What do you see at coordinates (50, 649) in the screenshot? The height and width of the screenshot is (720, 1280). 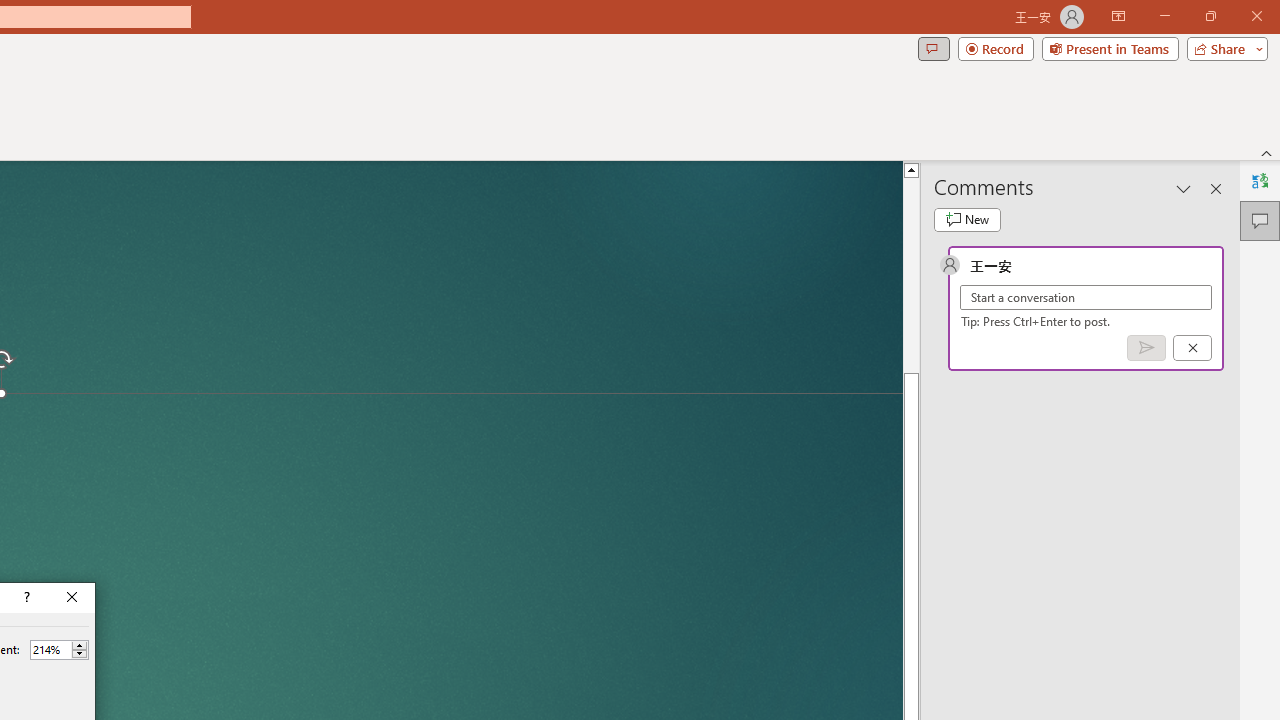 I see `'Percent'` at bounding box center [50, 649].